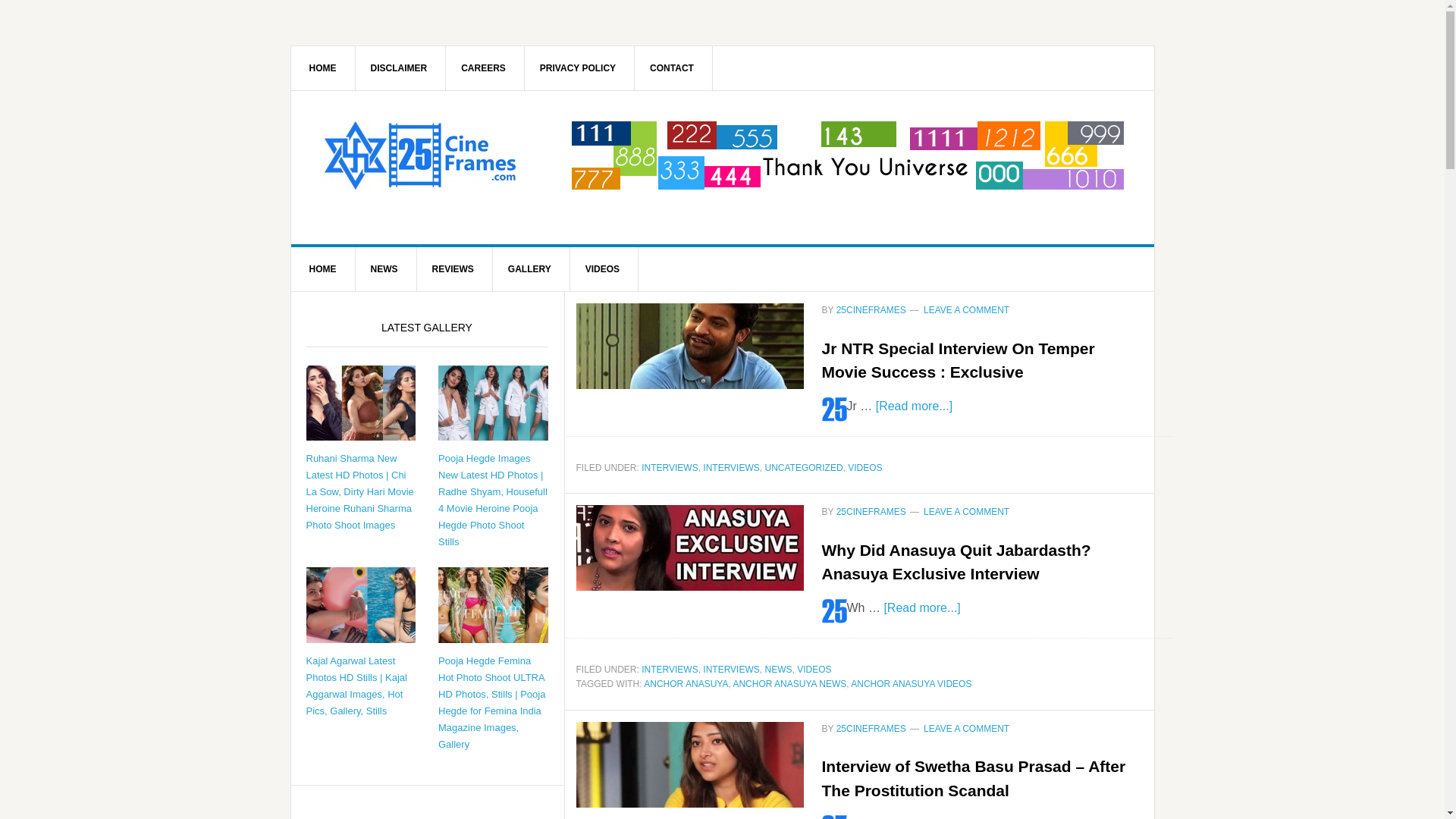  Describe the element at coordinates (685, 684) in the screenshot. I see `'ANCHOR ANASUYA'` at that location.